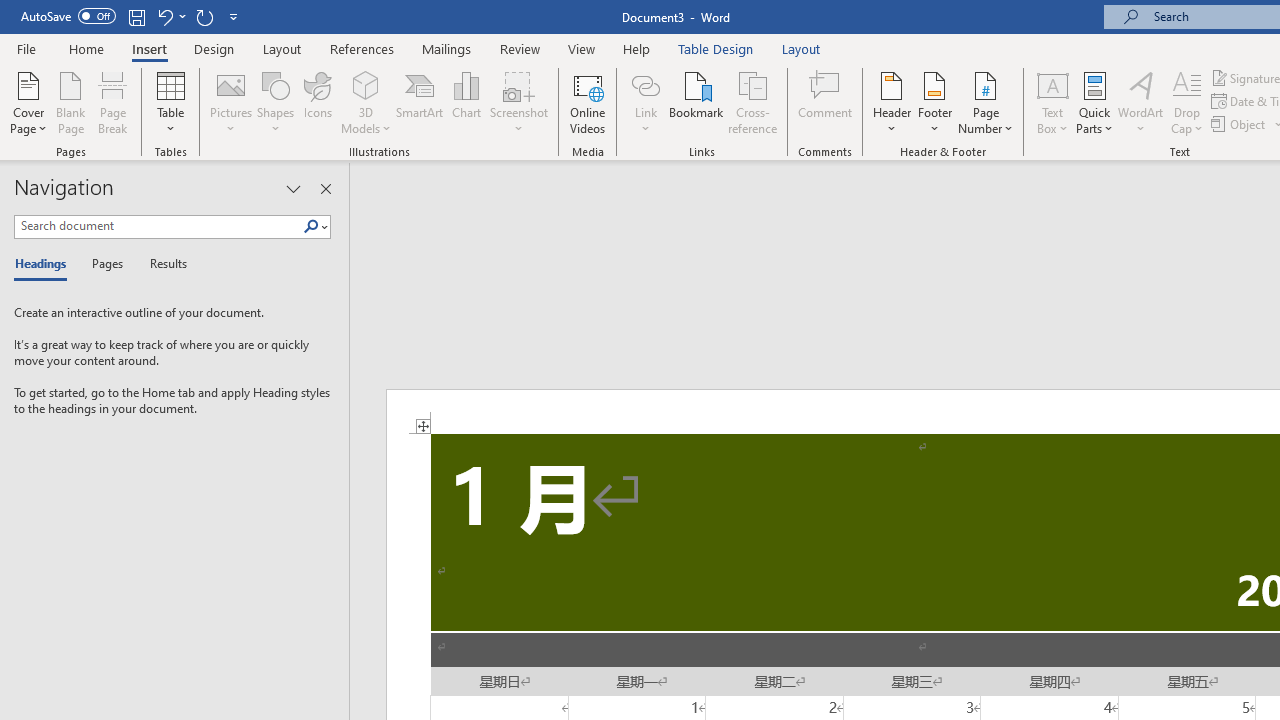 Image resolution: width=1280 pixels, height=720 pixels. I want to click on 'SmartArt...', so click(418, 103).